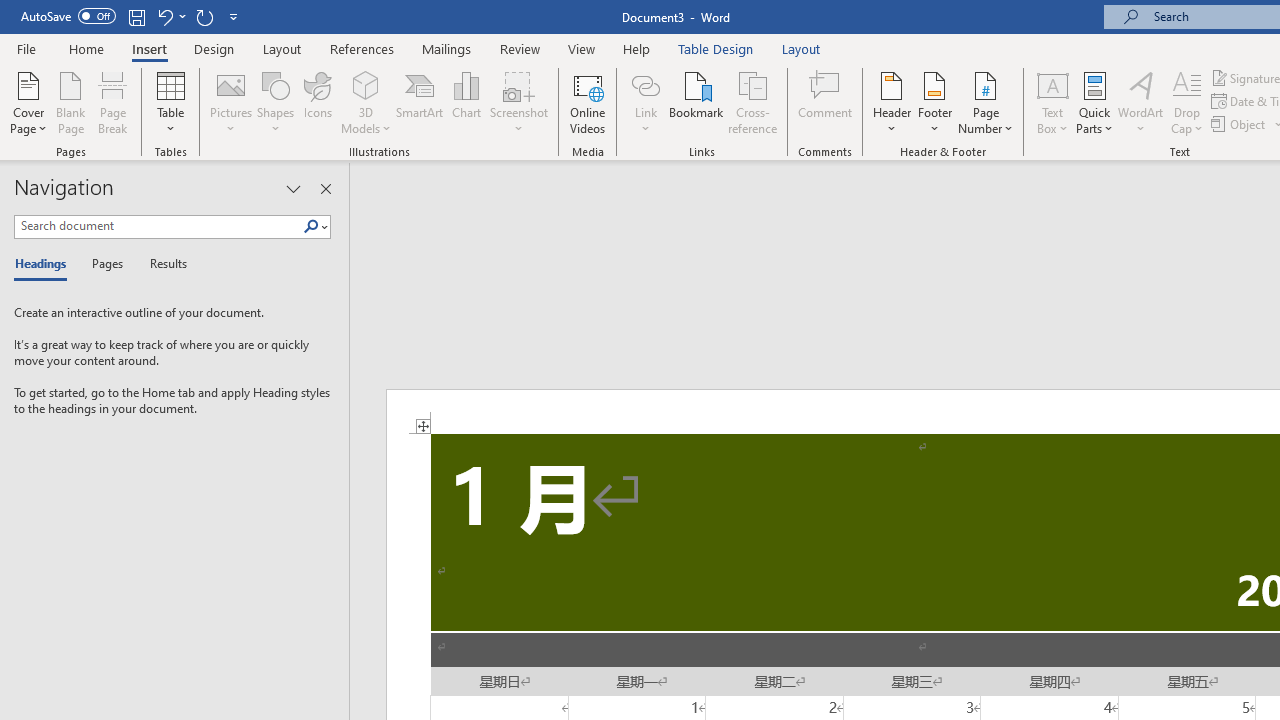 Image resolution: width=1280 pixels, height=720 pixels. I want to click on 'SmartArt...', so click(418, 103).